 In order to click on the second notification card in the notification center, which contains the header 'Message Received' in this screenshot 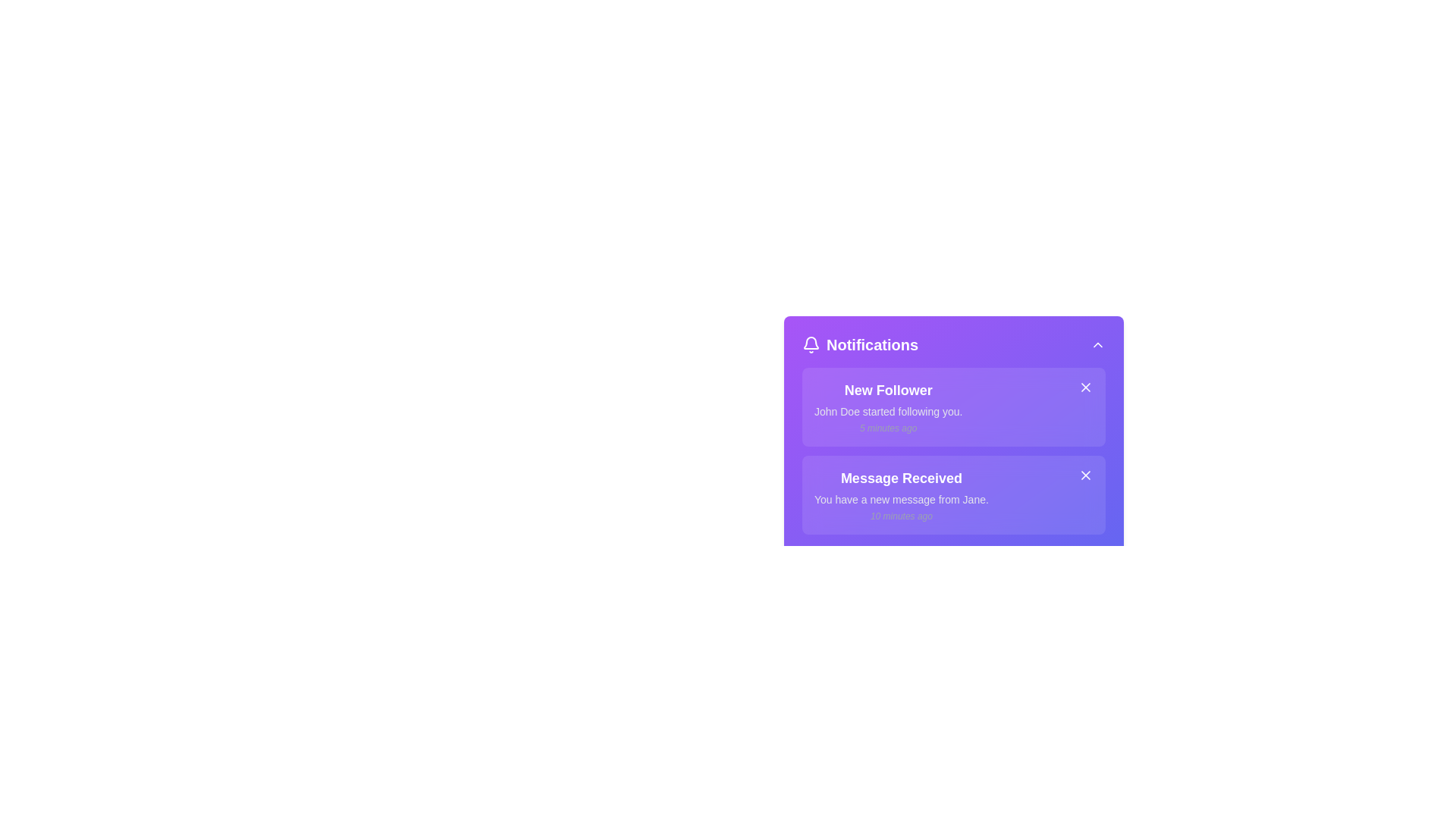, I will do `click(901, 494)`.